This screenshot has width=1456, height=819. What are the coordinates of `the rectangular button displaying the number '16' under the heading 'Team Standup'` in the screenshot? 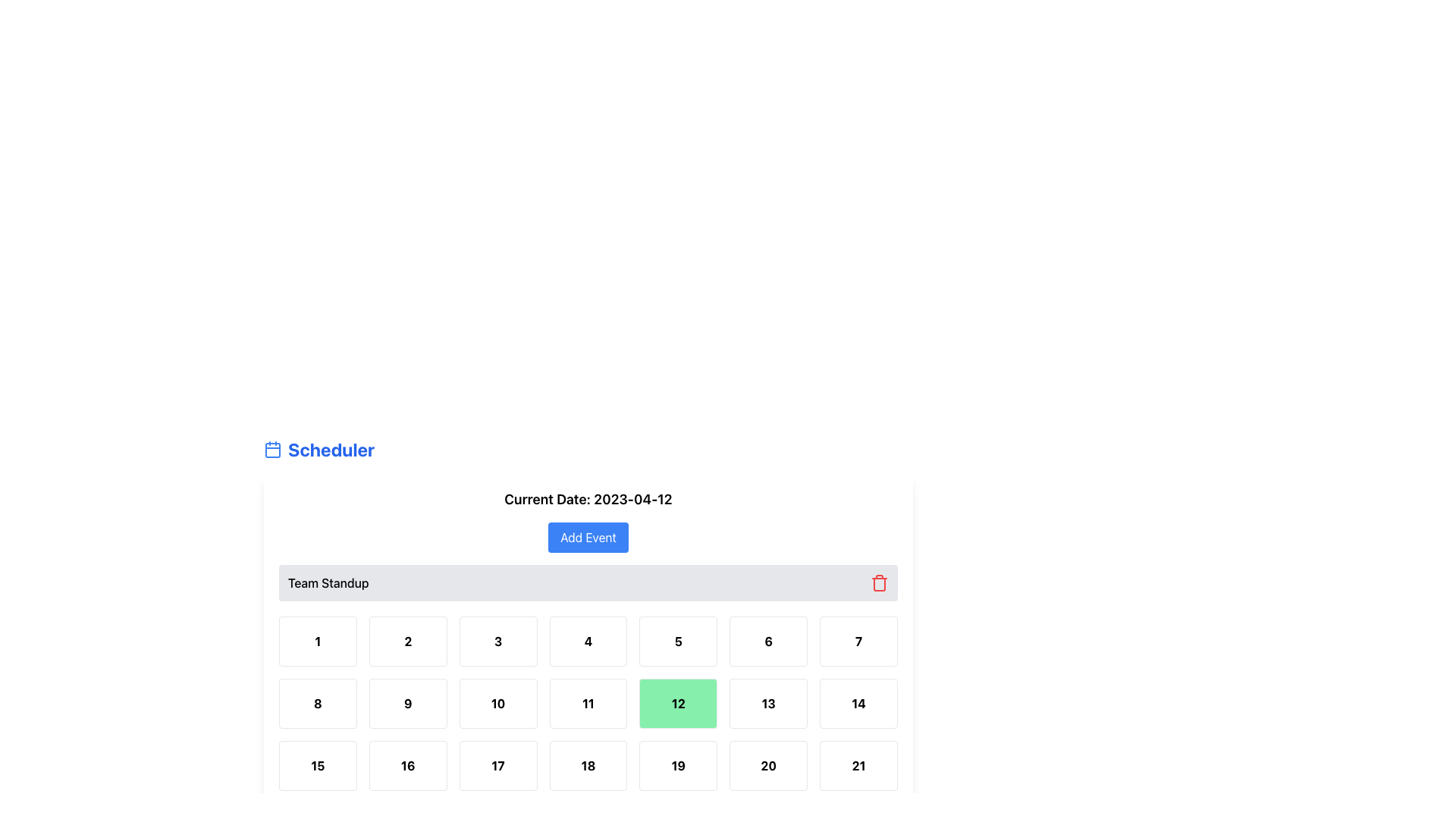 It's located at (407, 766).